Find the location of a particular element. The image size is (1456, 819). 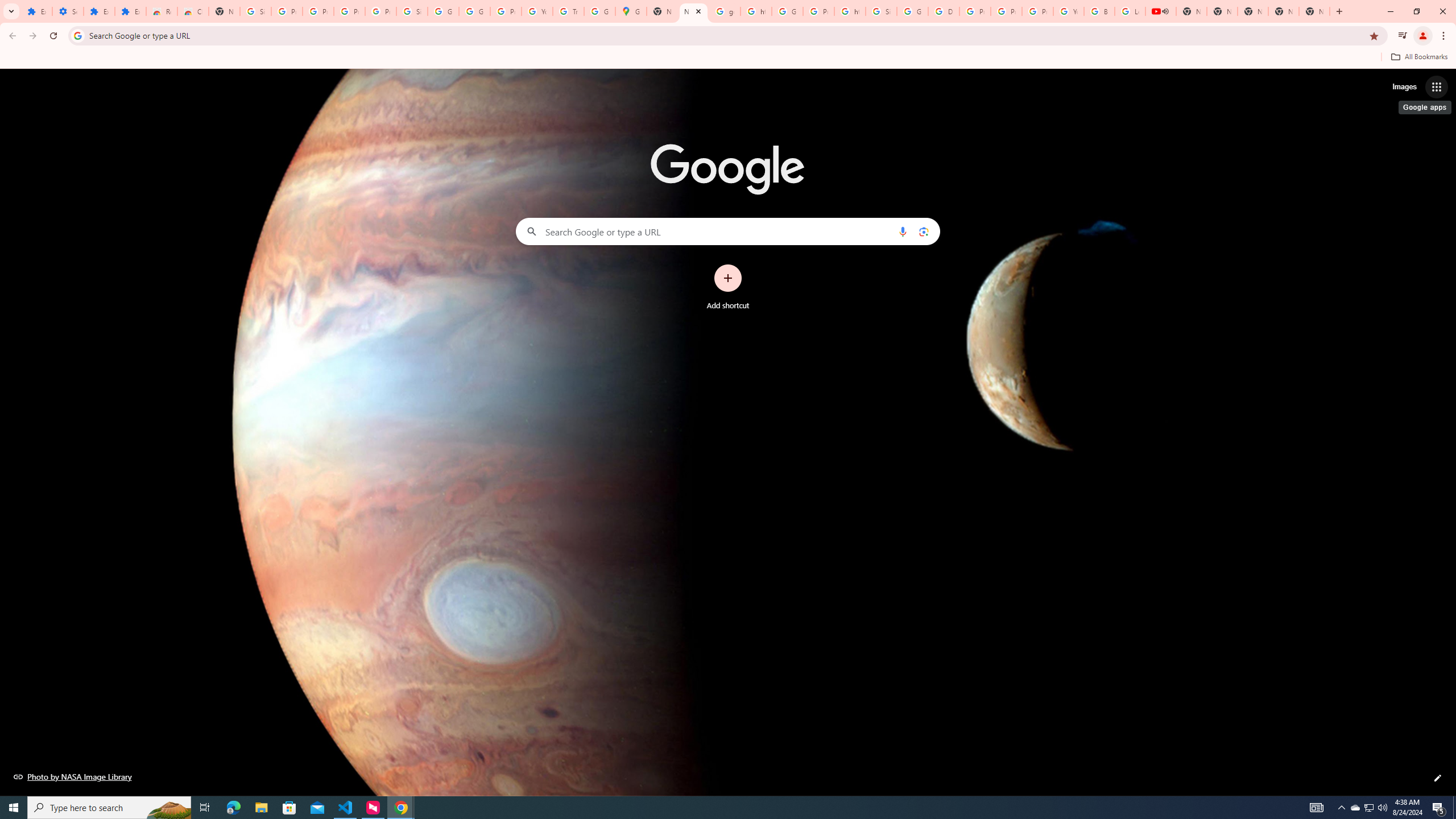

'Customize this page' is located at coordinates (1437, 777).